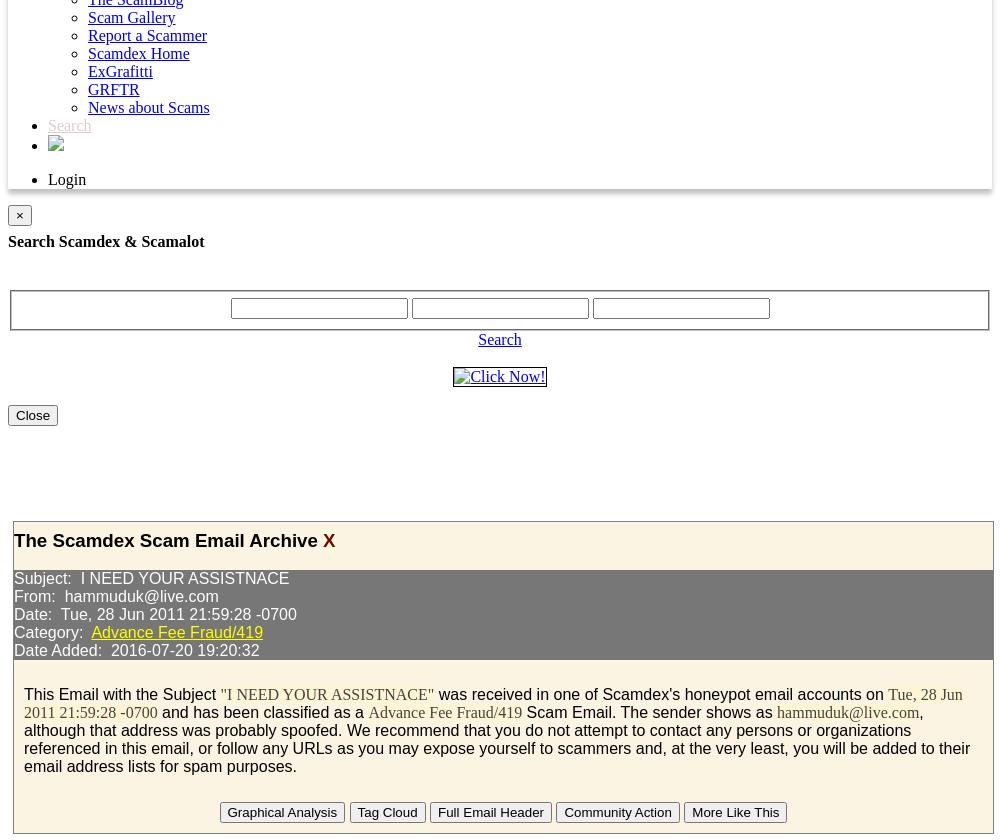 This screenshot has width=1000, height=840. I want to click on 'Graphical Analysis', so click(282, 812).